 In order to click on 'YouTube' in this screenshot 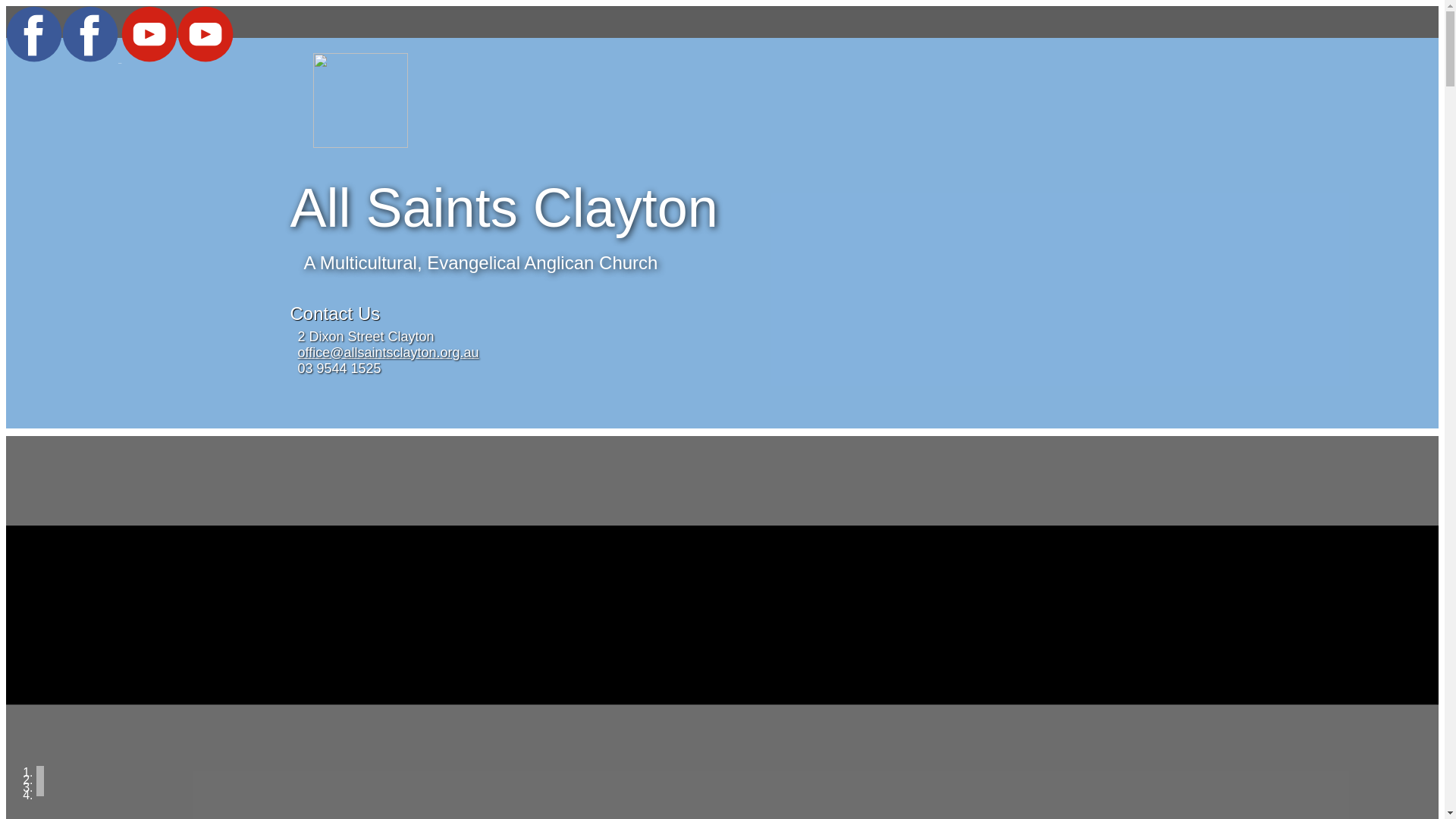, I will do `click(177, 57)`.